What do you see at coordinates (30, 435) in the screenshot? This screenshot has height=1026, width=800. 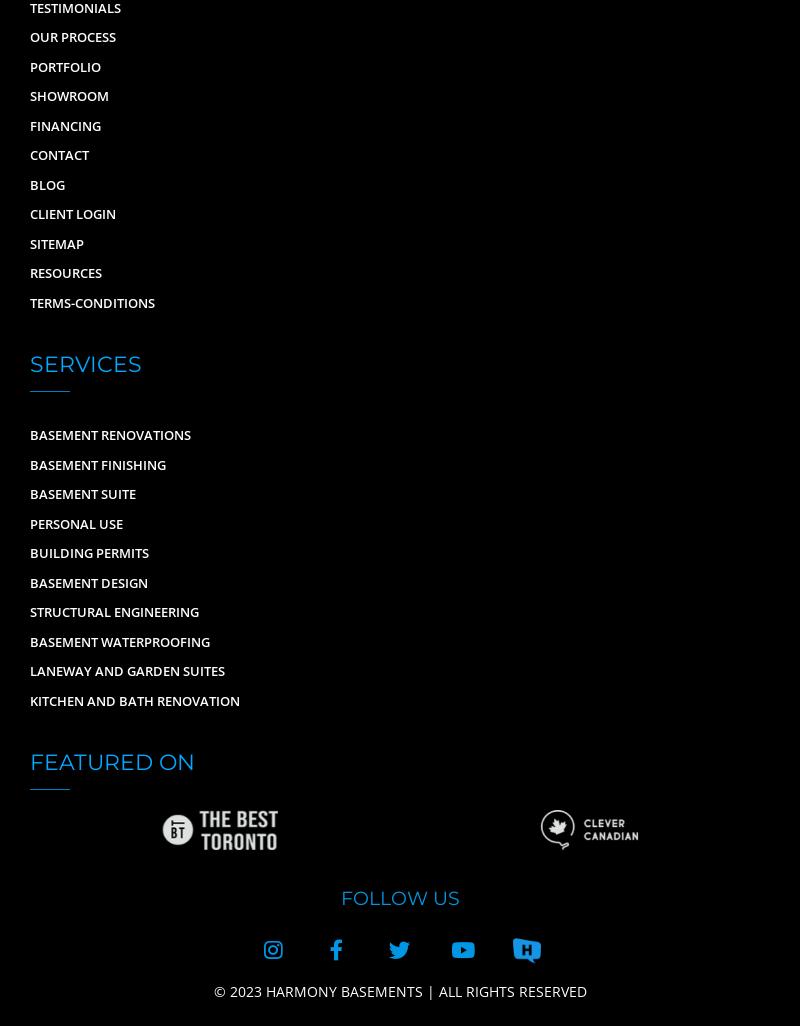 I see `'Basement Renovations'` at bounding box center [30, 435].